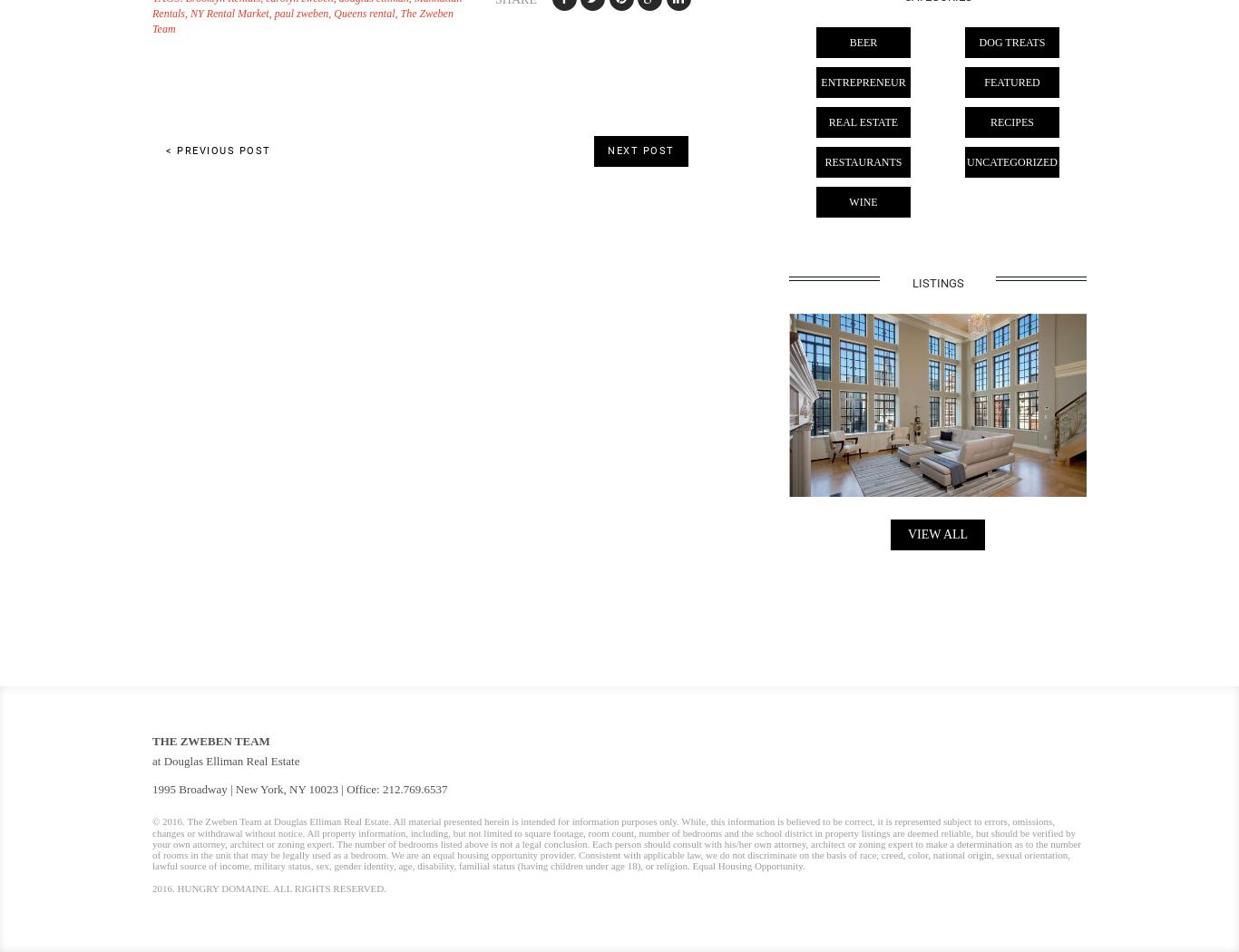  What do you see at coordinates (615, 842) in the screenshot?
I see `'© 2016. The Zweben Team at Douglas Elliman Real Estate. All material presented herein is intended for information purposes only. While, this information is believed to be correct, it is represented subject to errors, omissions, changes or withdrawal without notice. All property information, including, but not limited to square footage, room count, number of bedrooms and the school district in property listings are deemed reliable, but should be verified by your own attorney, architect or zoning expert. The number of bedrooms listed above is not a legal conclusion. Each person should consult with his/her own attorney, architect or zoning expert to make a determination as to the number of rooms in the unit that may be legally used as a bedroom. We are an equal housing opportunity provider. Consistent with applicable law, we do not discriminate on the basis of race, creed, color, national origin, sexual orientation, lawful source of income, military status, sex, gender identity, age, disability, familial status (having children under age 18), or religion. Equal Housing Opportunity.'` at bounding box center [615, 842].